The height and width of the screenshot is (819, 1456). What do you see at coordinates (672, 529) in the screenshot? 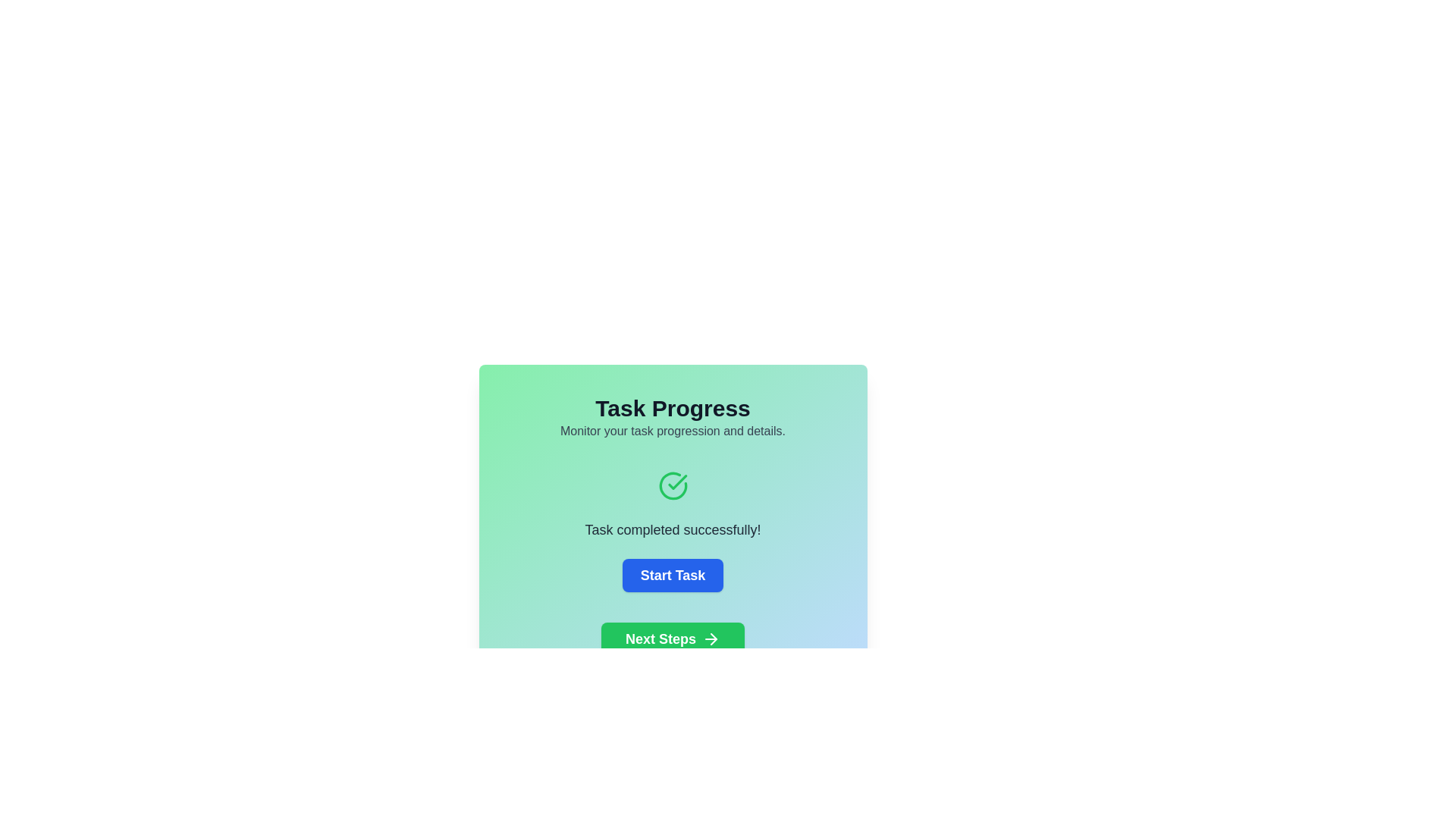
I see `the status message text label indicating task completion, located below the checkmark icon and above the 'Start Task' button` at bounding box center [672, 529].